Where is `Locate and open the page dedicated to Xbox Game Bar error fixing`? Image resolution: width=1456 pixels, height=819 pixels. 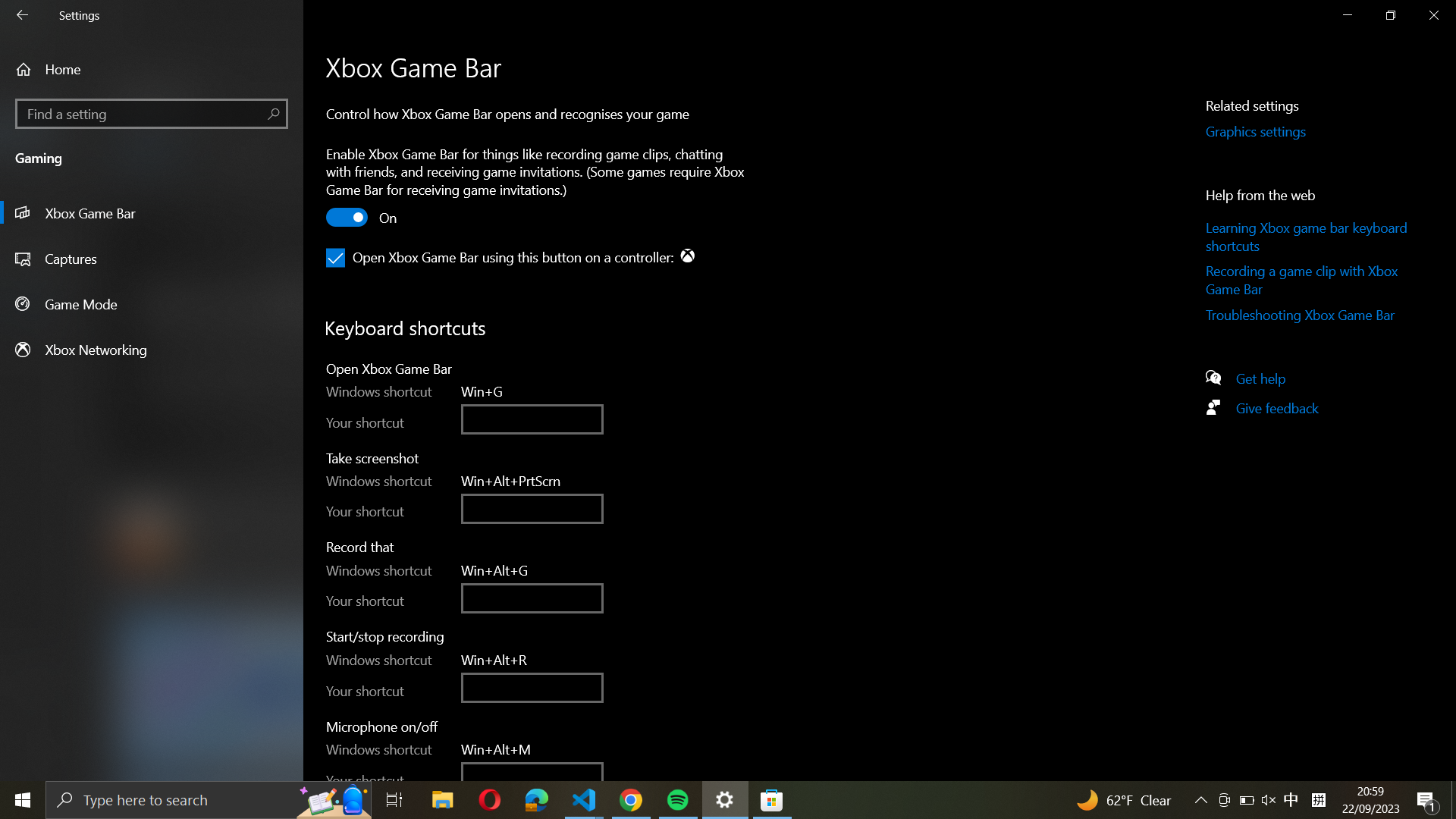
Locate and open the page dedicated to Xbox Game Bar error fixing is located at coordinates (1309, 317).